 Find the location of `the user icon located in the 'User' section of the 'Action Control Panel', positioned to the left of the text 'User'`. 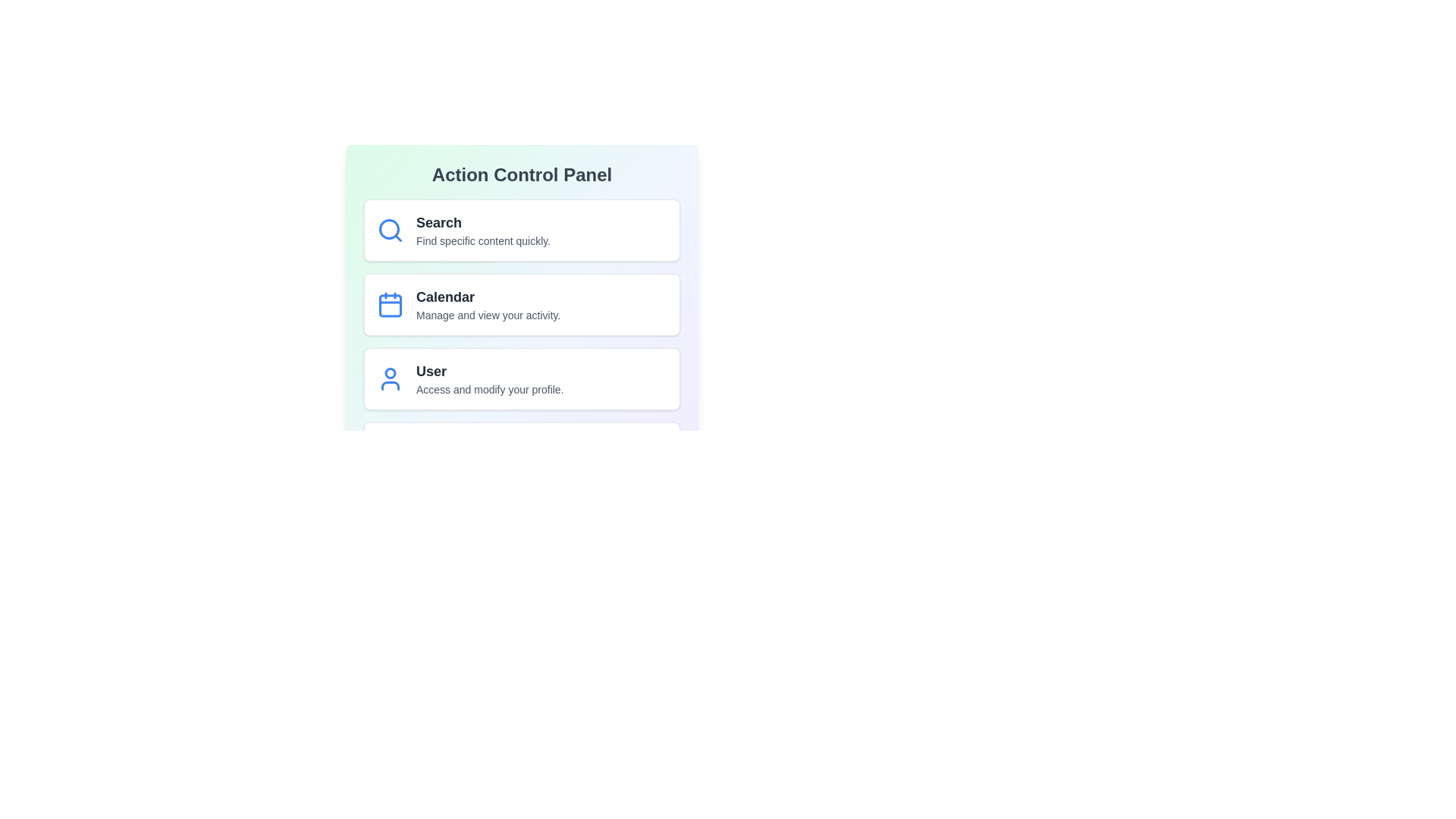

the user icon located in the 'User' section of the 'Action Control Panel', positioned to the left of the text 'User' is located at coordinates (390, 378).